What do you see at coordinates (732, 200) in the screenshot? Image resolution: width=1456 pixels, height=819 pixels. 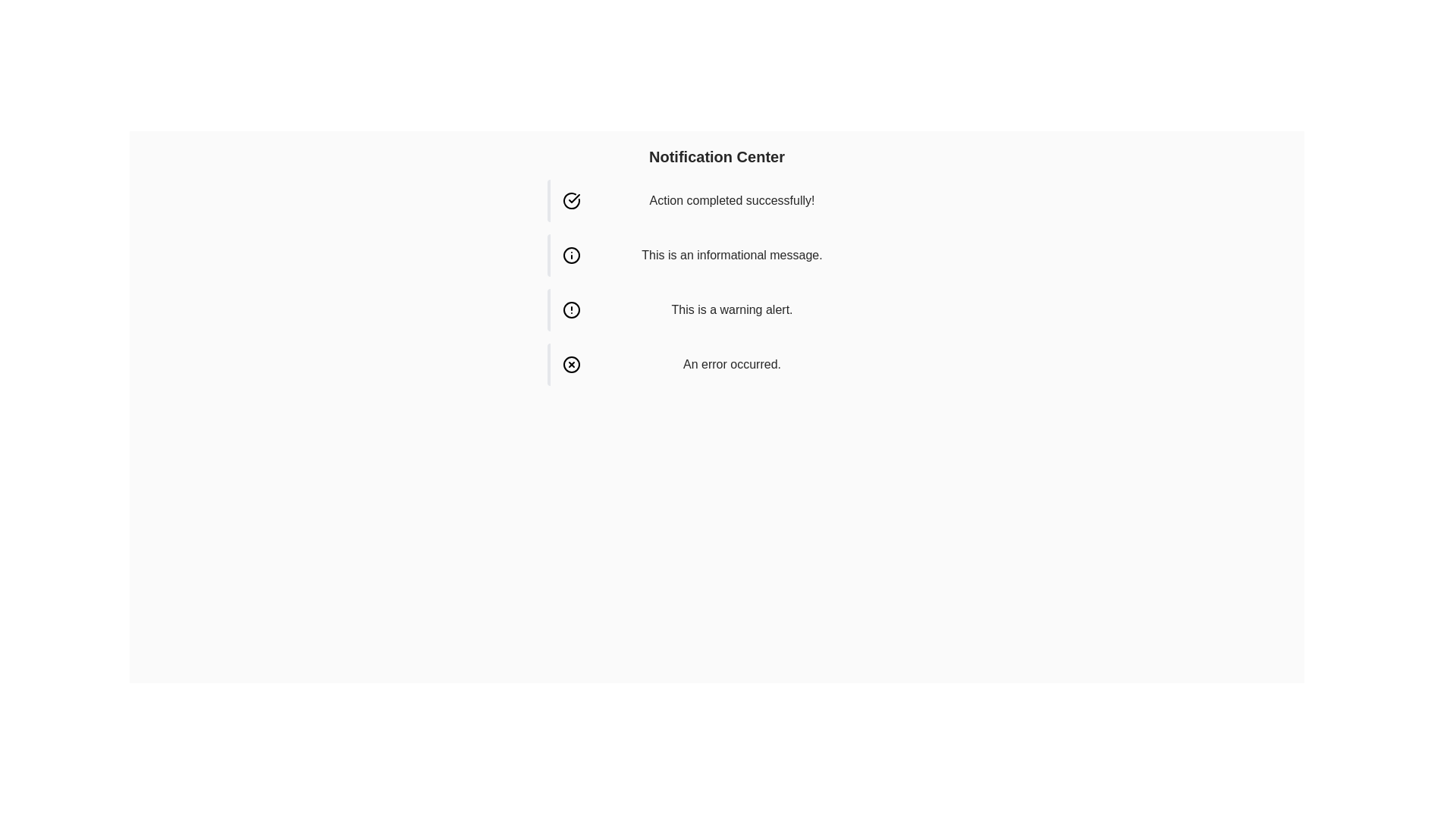 I see `label displaying the message 'Action completed successfully!' located in the notification section to the right of the success icon` at bounding box center [732, 200].